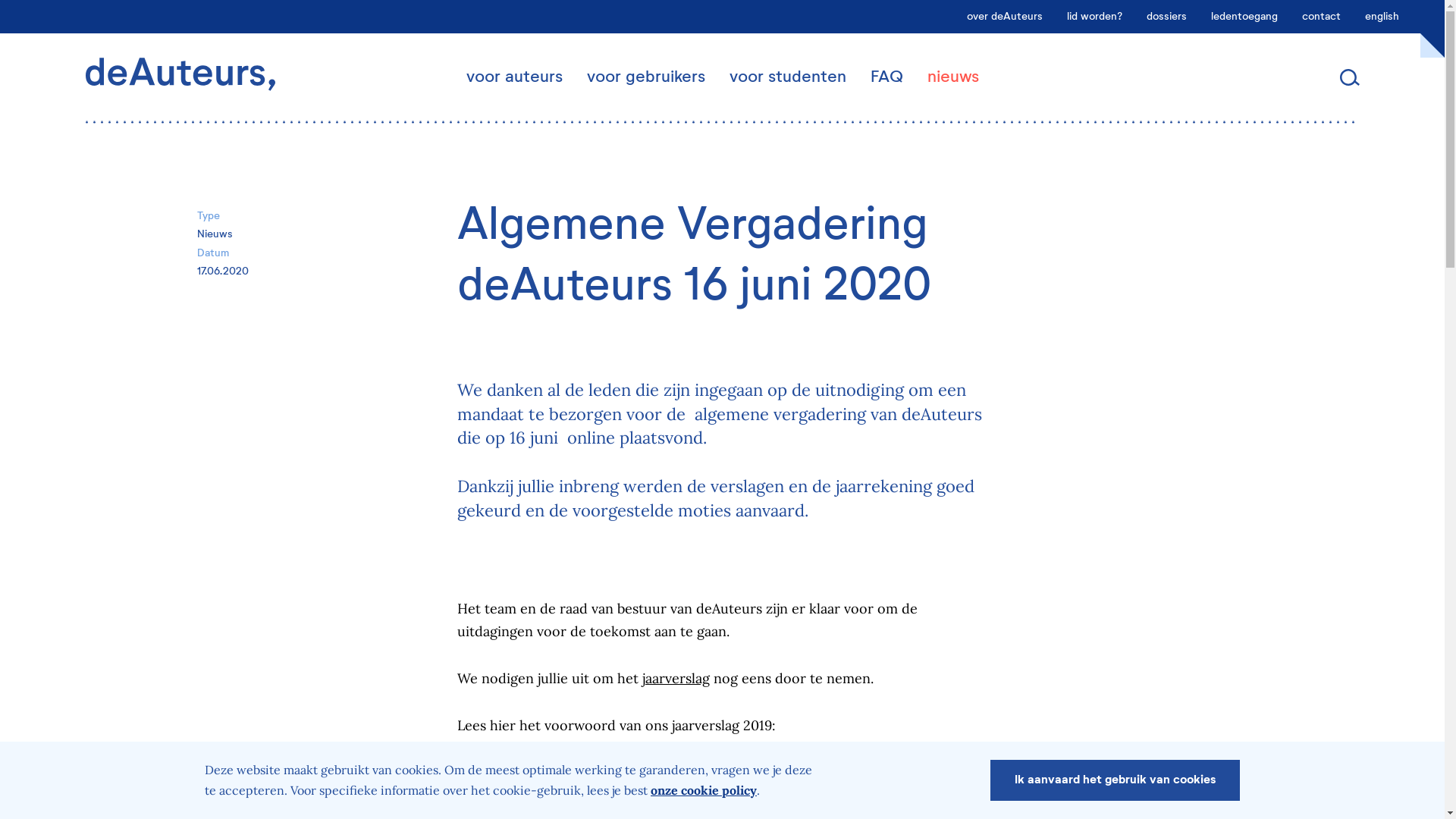 This screenshot has height=819, width=1456. Describe the element at coordinates (1288, 17) in the screenshot. I see `'contact'` at that location.